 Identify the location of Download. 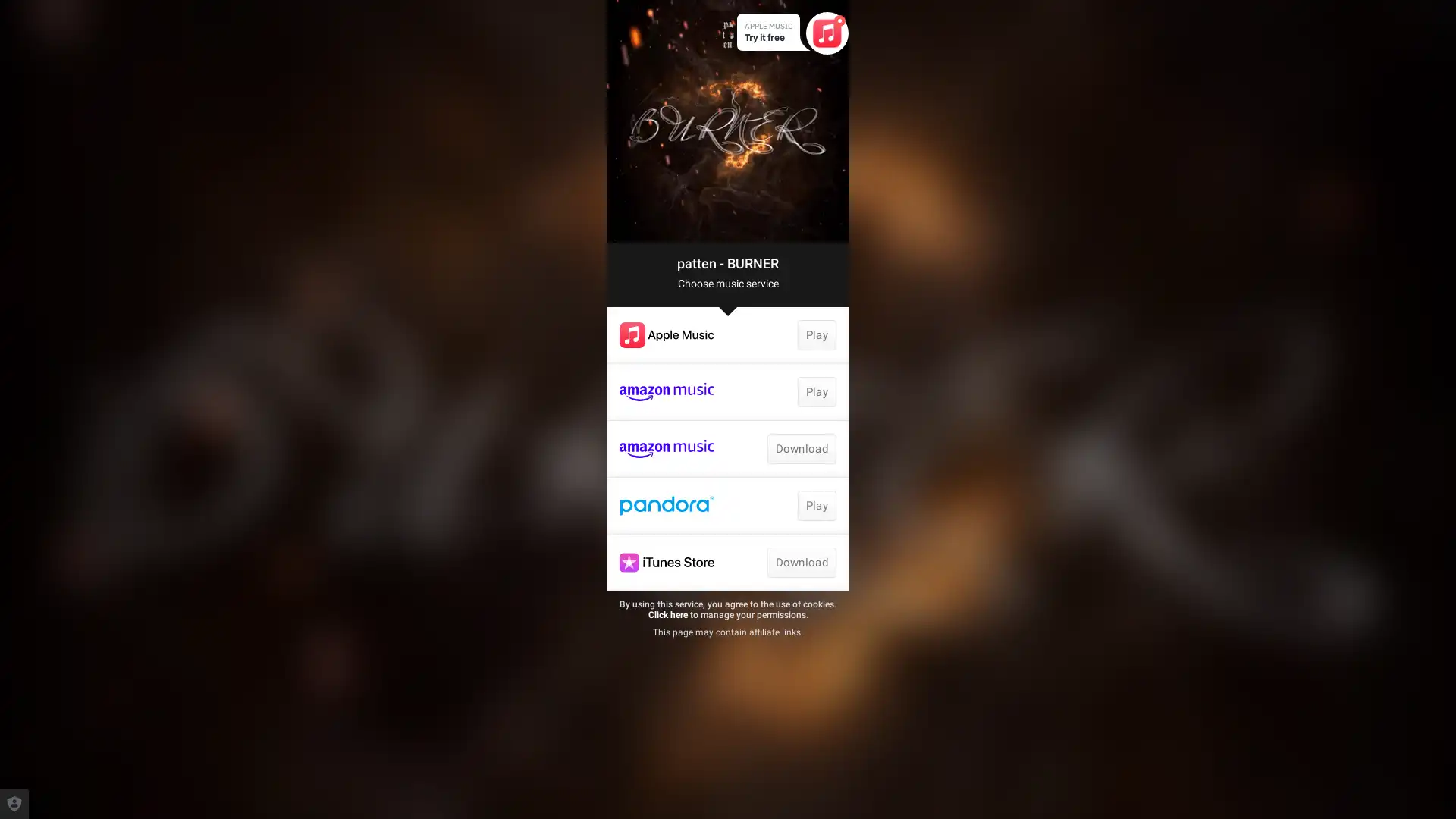
(800, 562).